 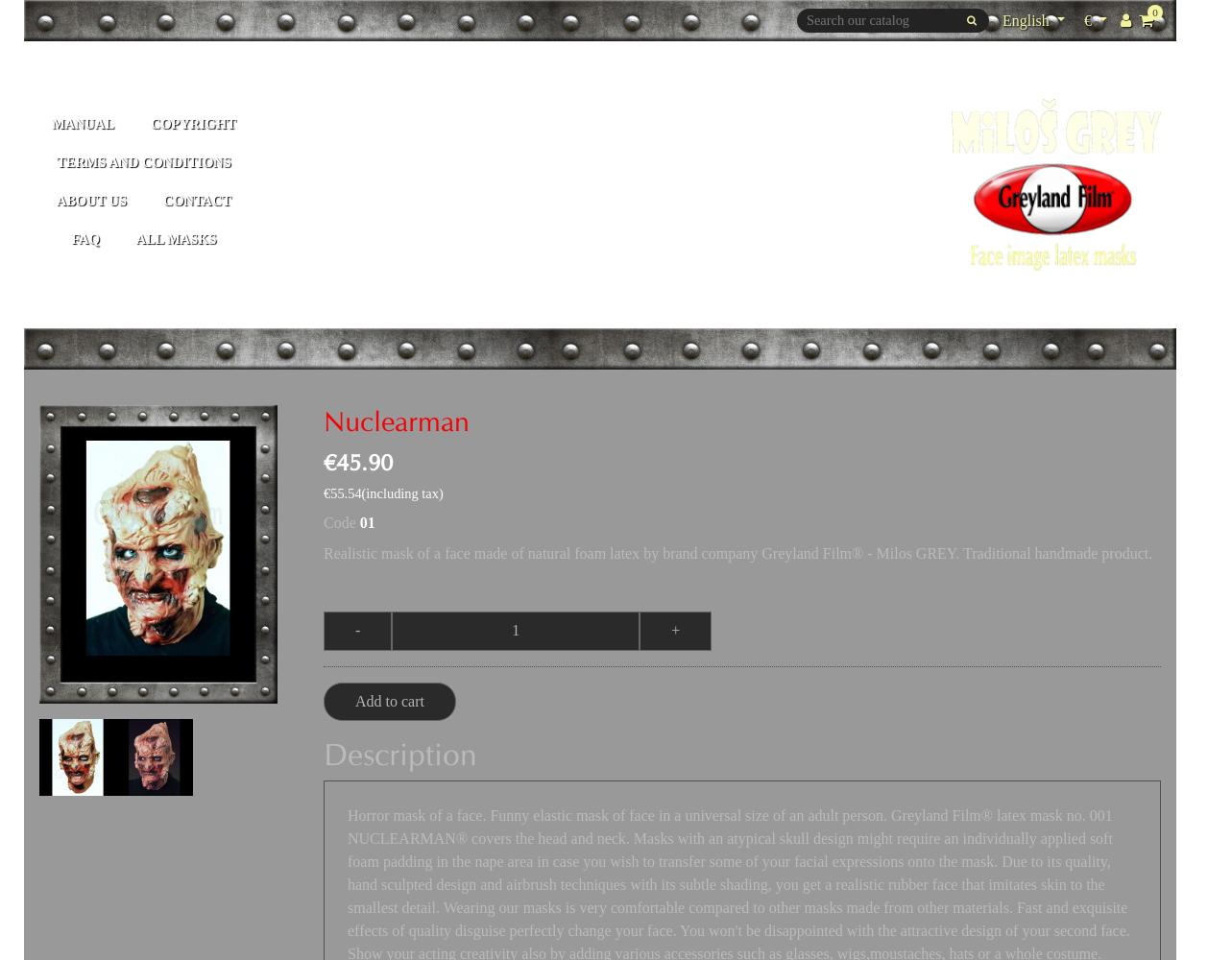 What do you see at coordinates (1019, 156) in the screenshot?
I see `'Français'` at bounding box center [1019, 156].